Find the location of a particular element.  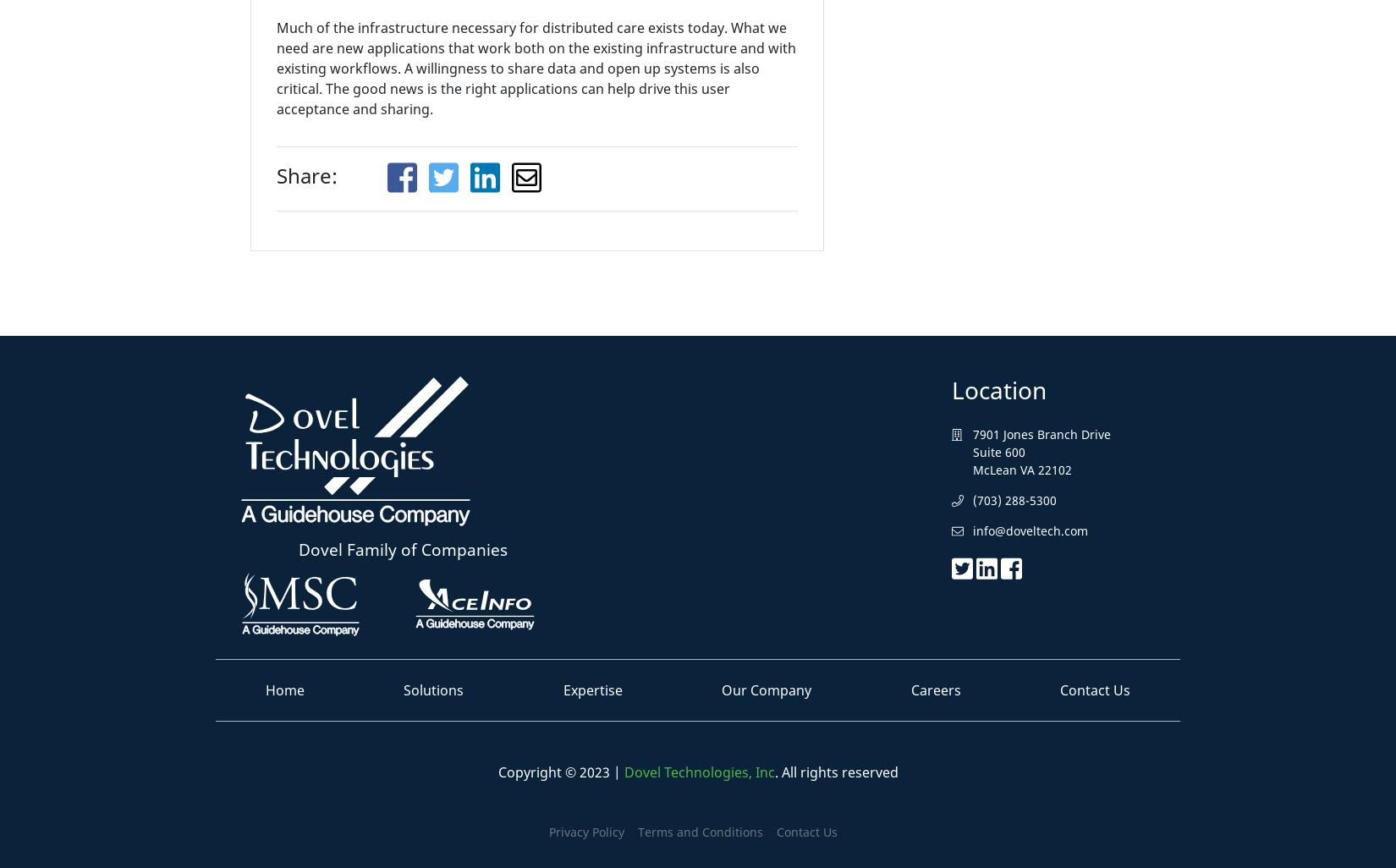

'Privacy Policy' is located at coordinates (547, 830).